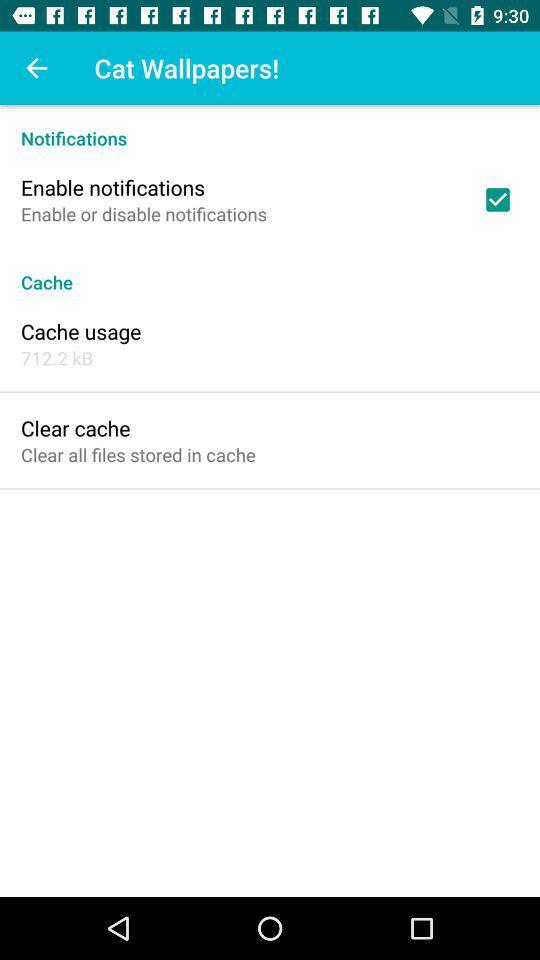  Describe the element at coordinates (57, 358) in the screenshot. I see `712.2 kb` at that location.